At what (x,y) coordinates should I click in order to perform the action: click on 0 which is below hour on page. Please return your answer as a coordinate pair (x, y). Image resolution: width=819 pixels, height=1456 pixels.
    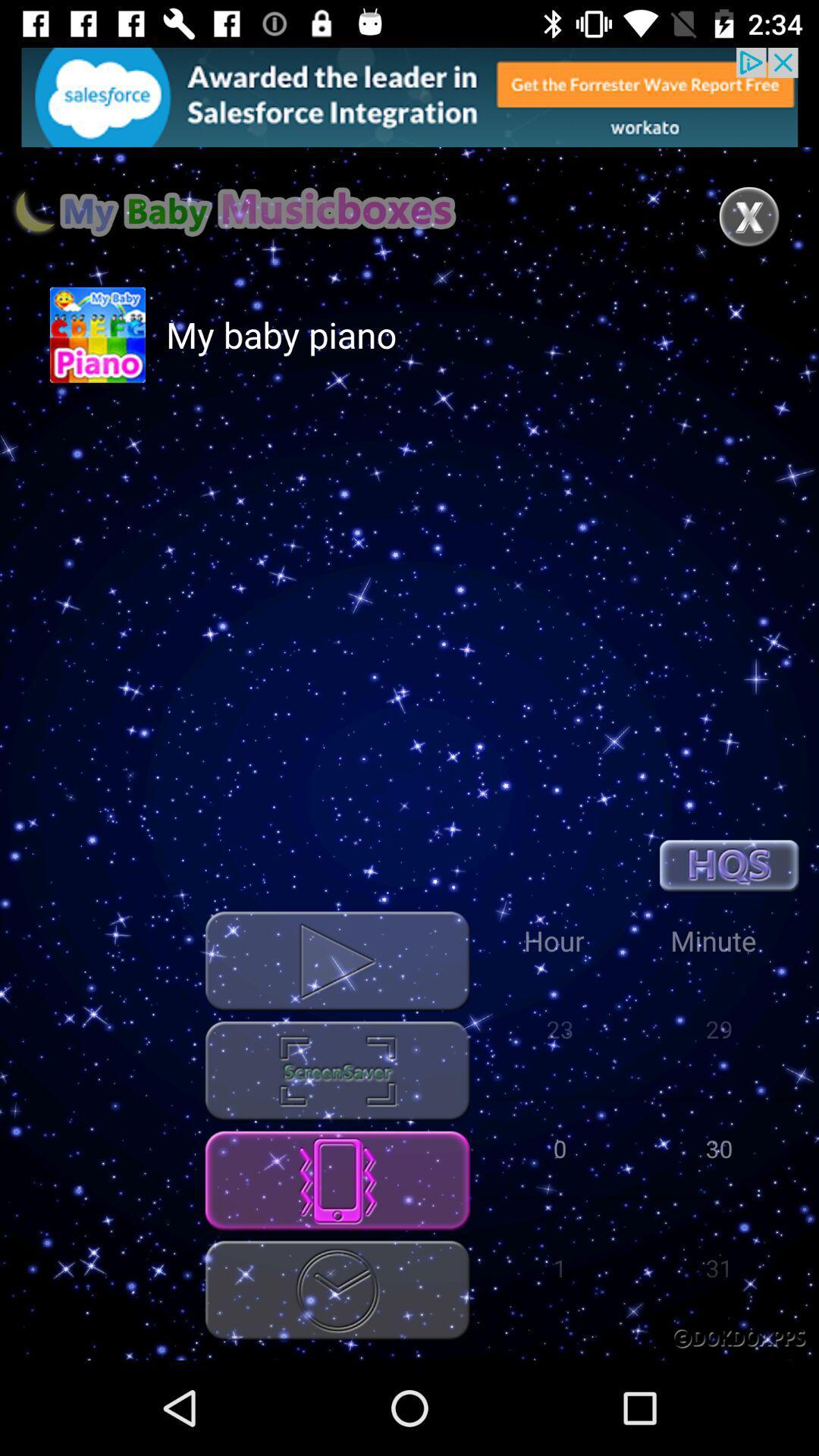
    Looking at the image, I should click on (560, 1148).